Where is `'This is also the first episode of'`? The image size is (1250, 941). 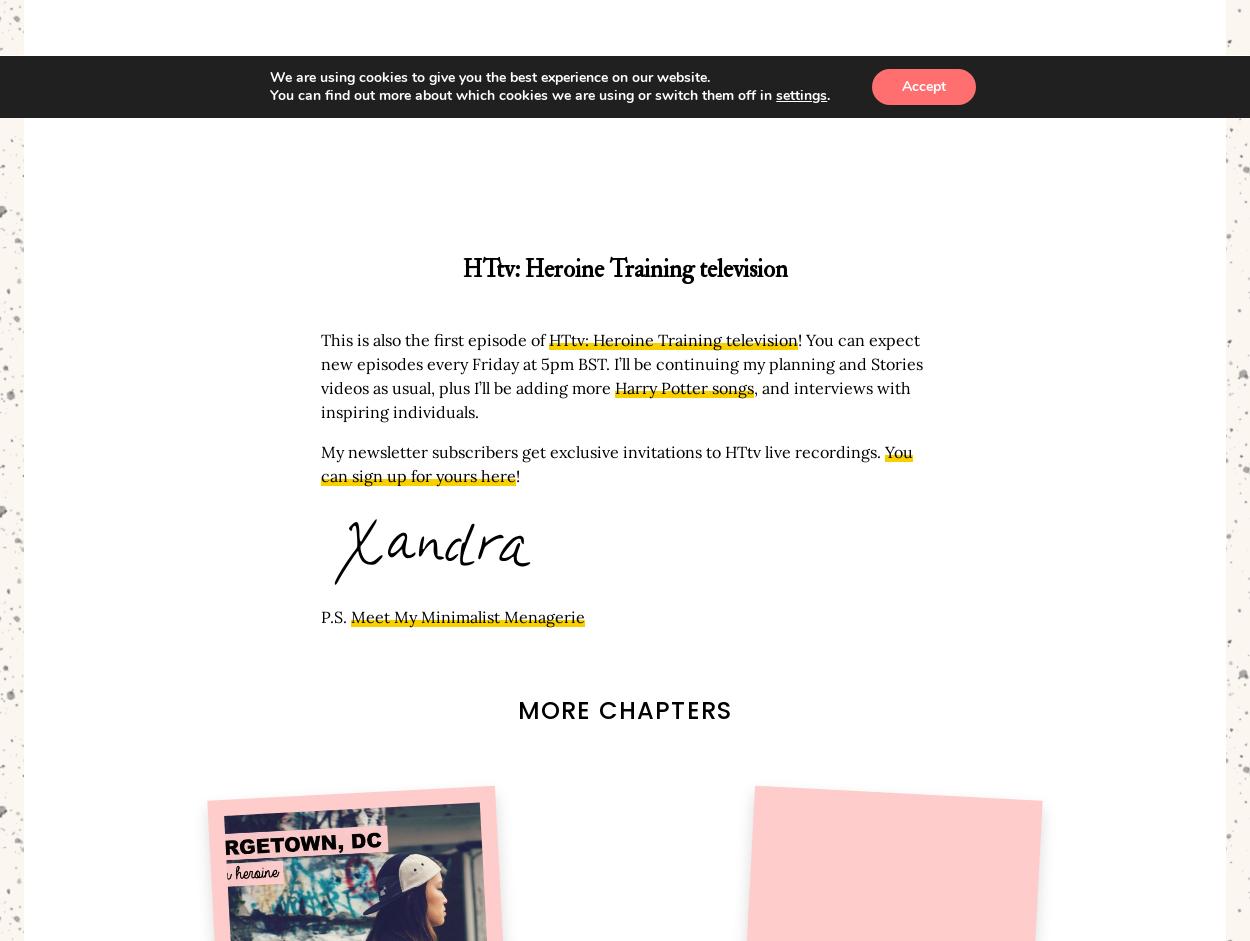 'This is also the first episode of' is located at coordinates (434, 338).